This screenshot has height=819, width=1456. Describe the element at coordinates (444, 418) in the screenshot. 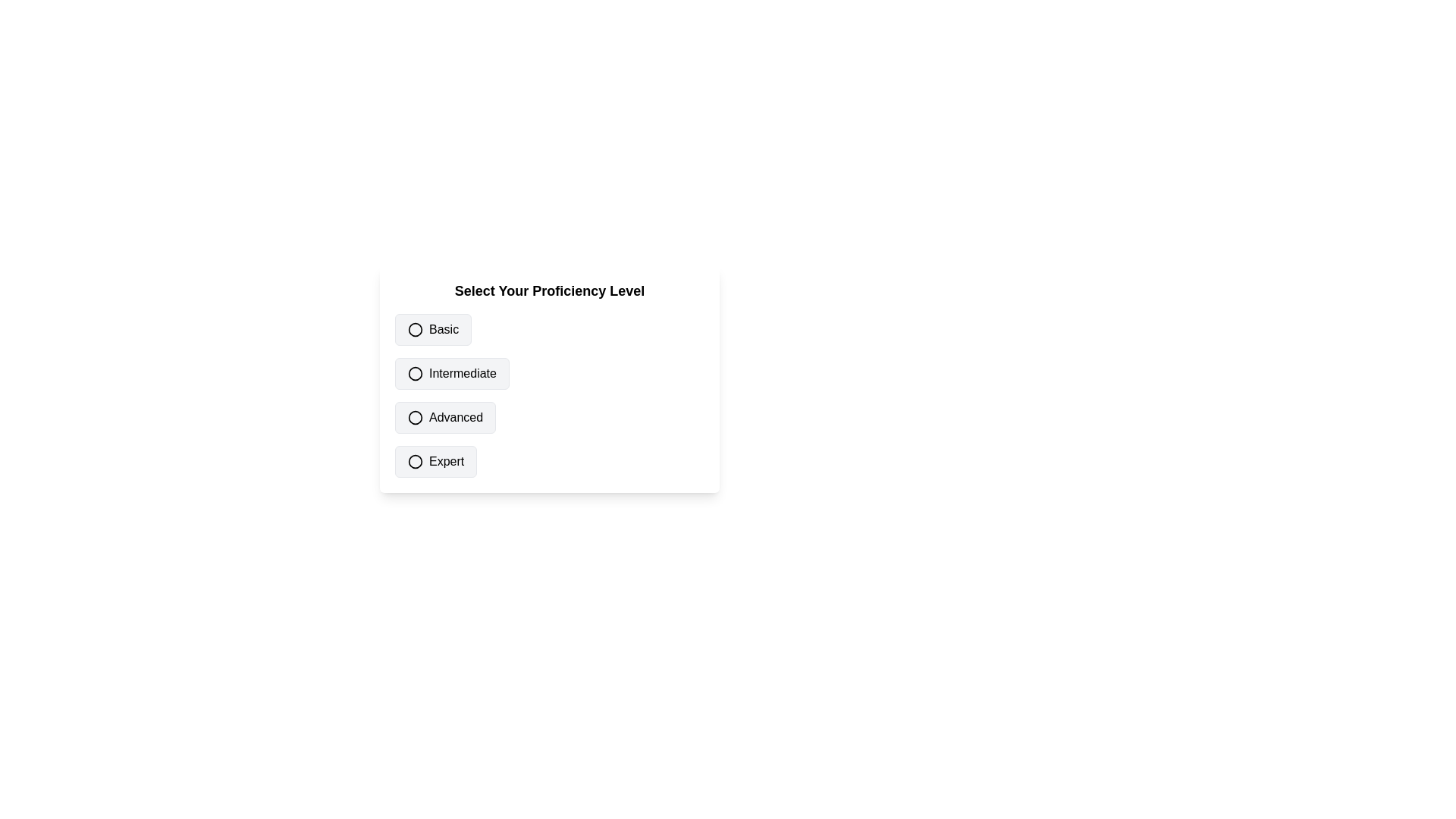

I see `to select the 'Advanced' proficiency level radio button, which is the third option in the vertical list under 'Select Your Proficiency Level'` at that location.